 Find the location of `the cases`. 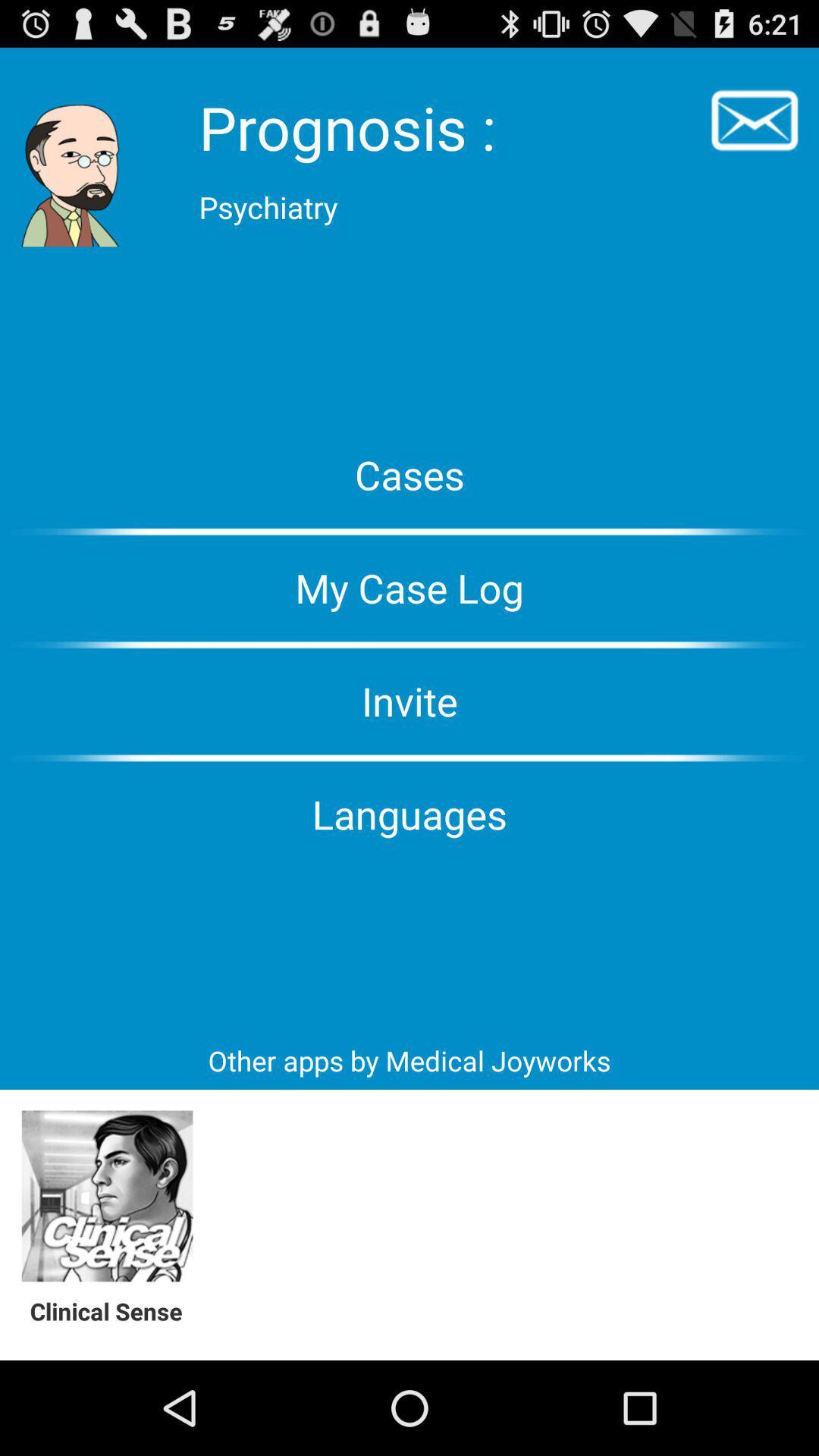

the cases is located at coordinates (409, 473).